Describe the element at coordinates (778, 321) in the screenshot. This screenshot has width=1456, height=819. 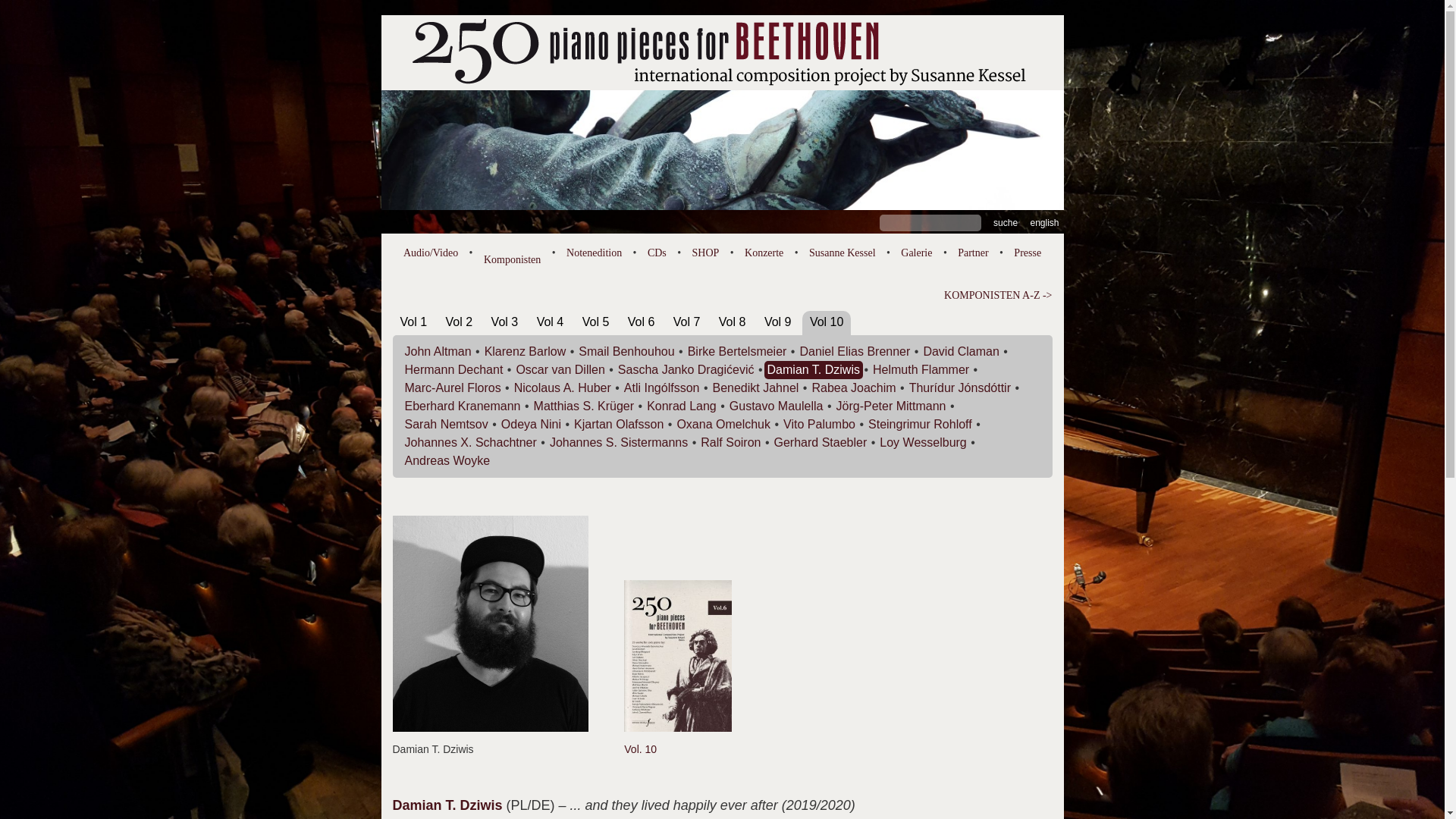
I see `'Vol 9'` at that location.